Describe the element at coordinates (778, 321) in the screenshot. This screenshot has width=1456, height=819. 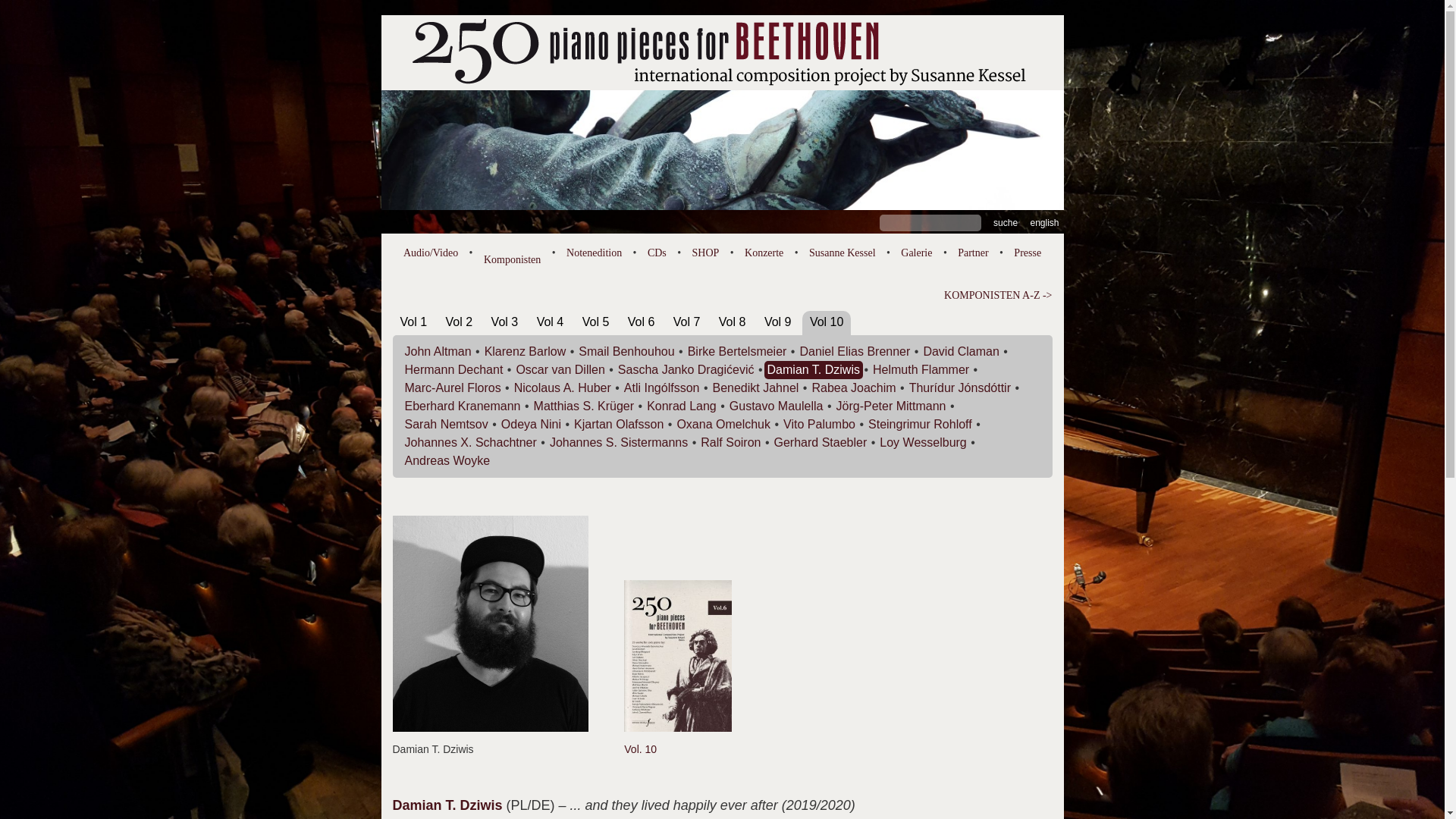
I see `'Vol 9'` at that location.